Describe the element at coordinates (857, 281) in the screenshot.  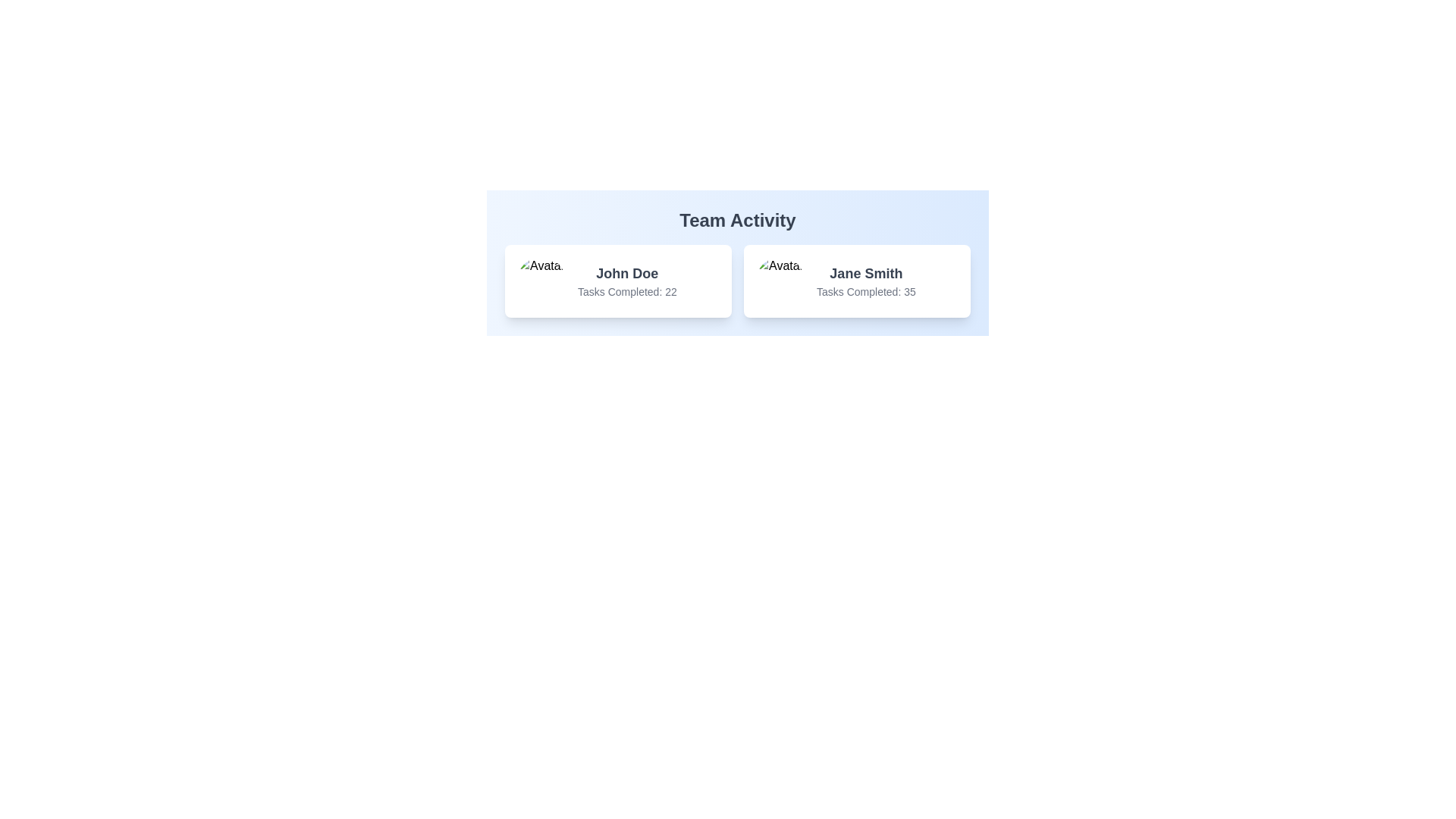
I see `the Information card displaying 'Jane Smith' with 'Tasks Completed: 35' underneath, located in the right column of the two-columned grid layout` at that location.